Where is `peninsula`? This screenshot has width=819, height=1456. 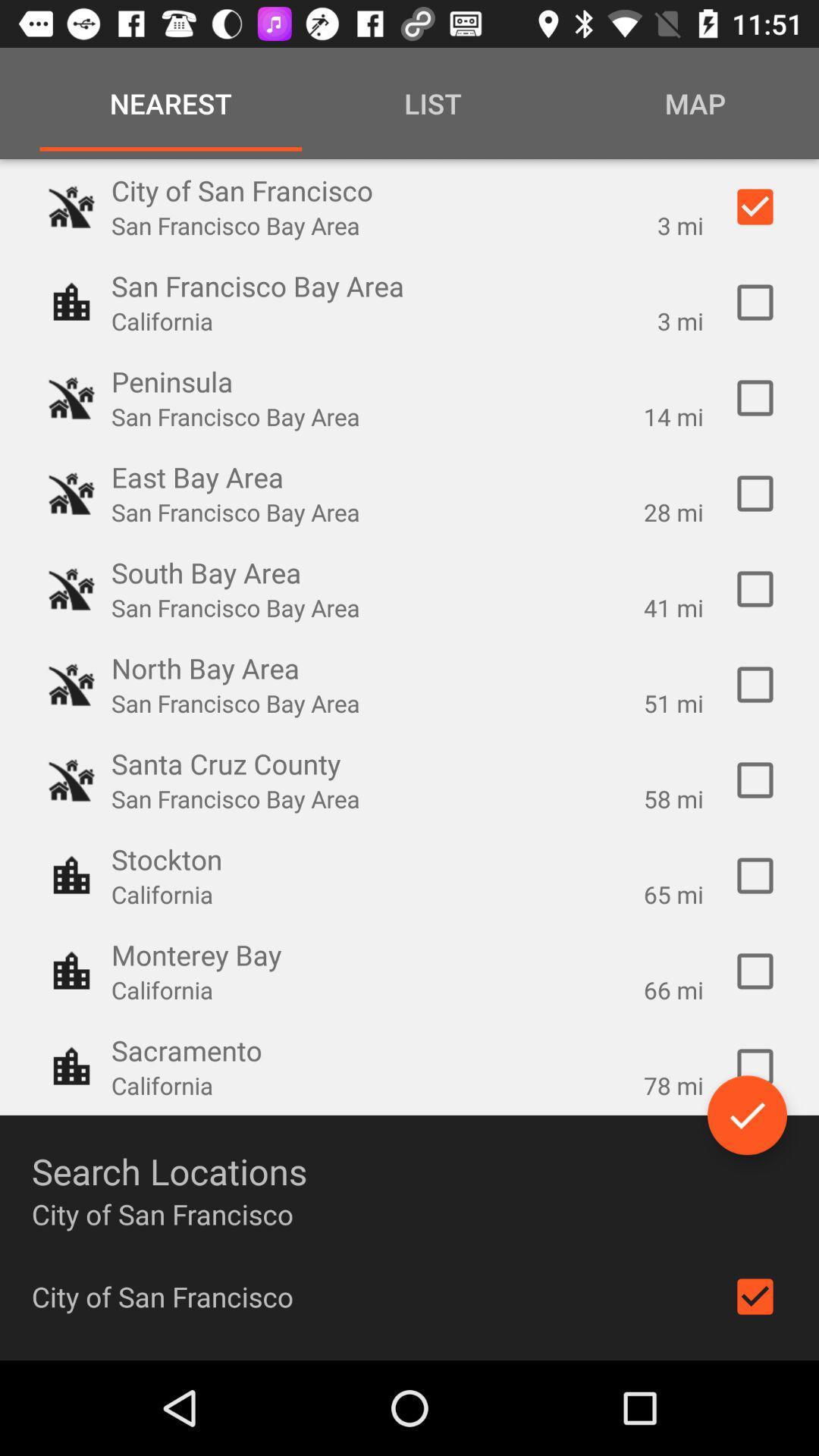 peninsula is located at coordinates (755, 397).